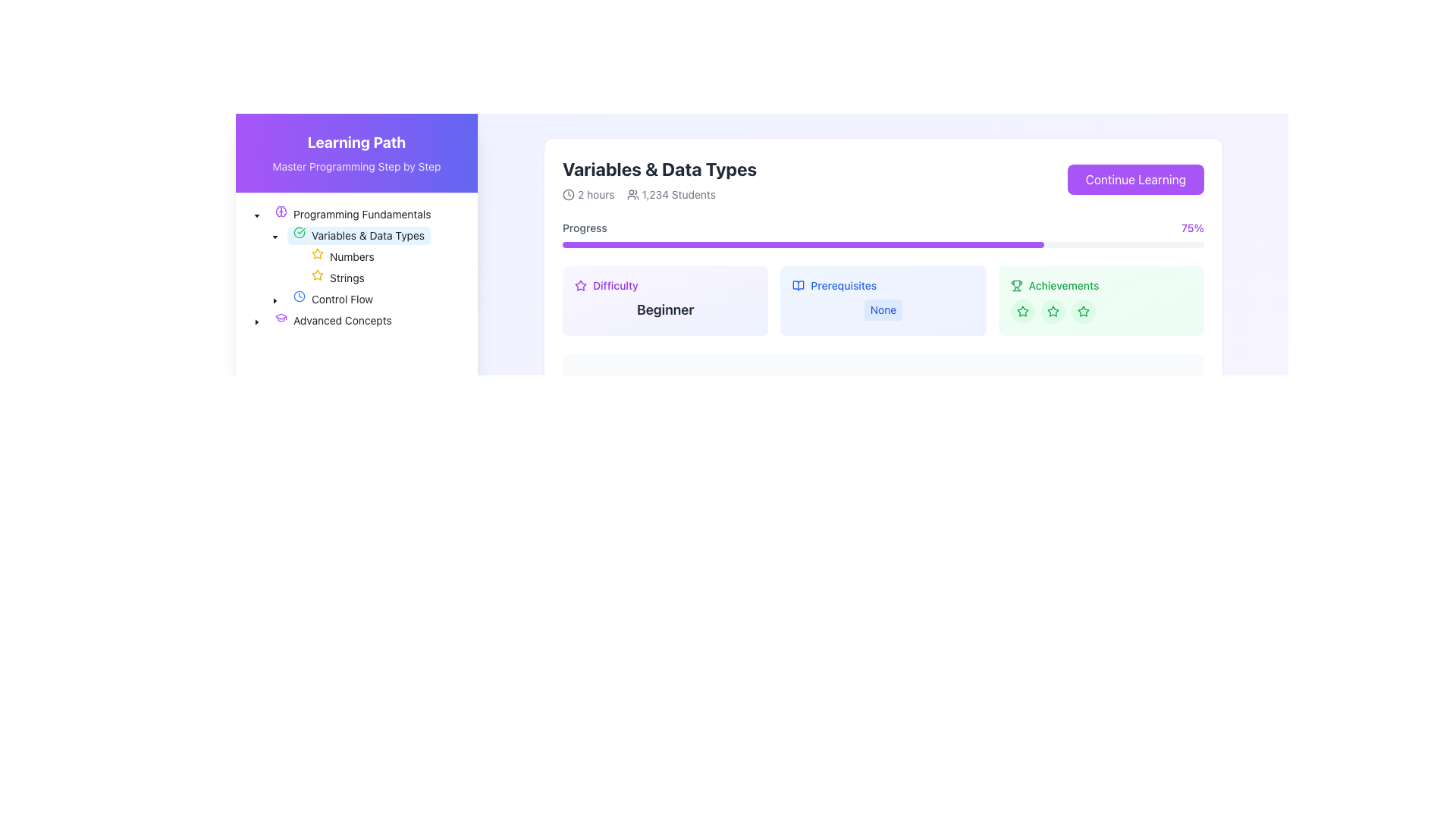  I want to click on the 'Control Flow' text label in the sidebar navigation menu, so click(341, 299).